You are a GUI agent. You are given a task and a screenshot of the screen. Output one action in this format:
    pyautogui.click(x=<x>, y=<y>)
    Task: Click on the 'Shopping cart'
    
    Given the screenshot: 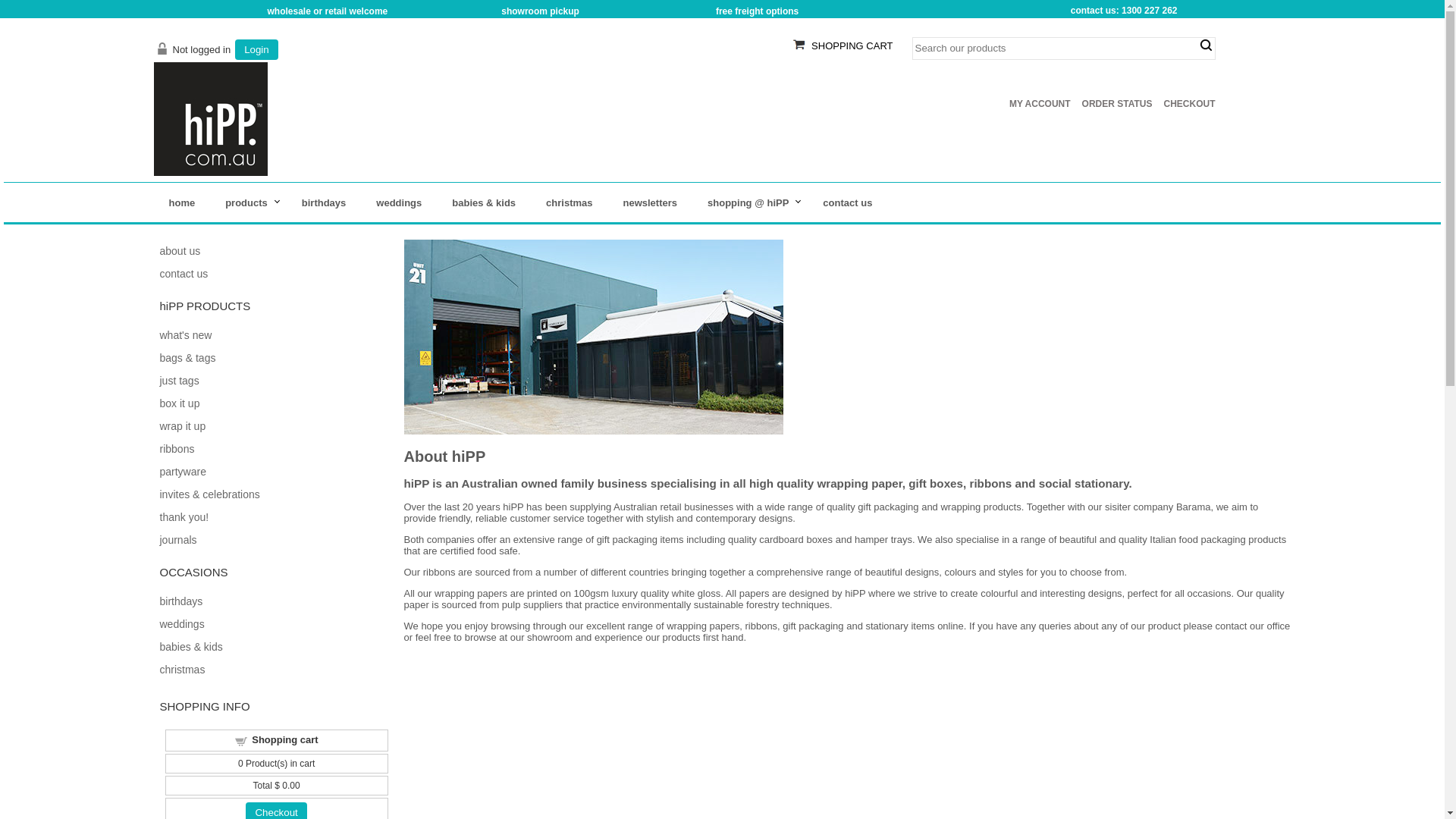 What is the action you would take?
    pyautogui.click(x=284, y=739)
    